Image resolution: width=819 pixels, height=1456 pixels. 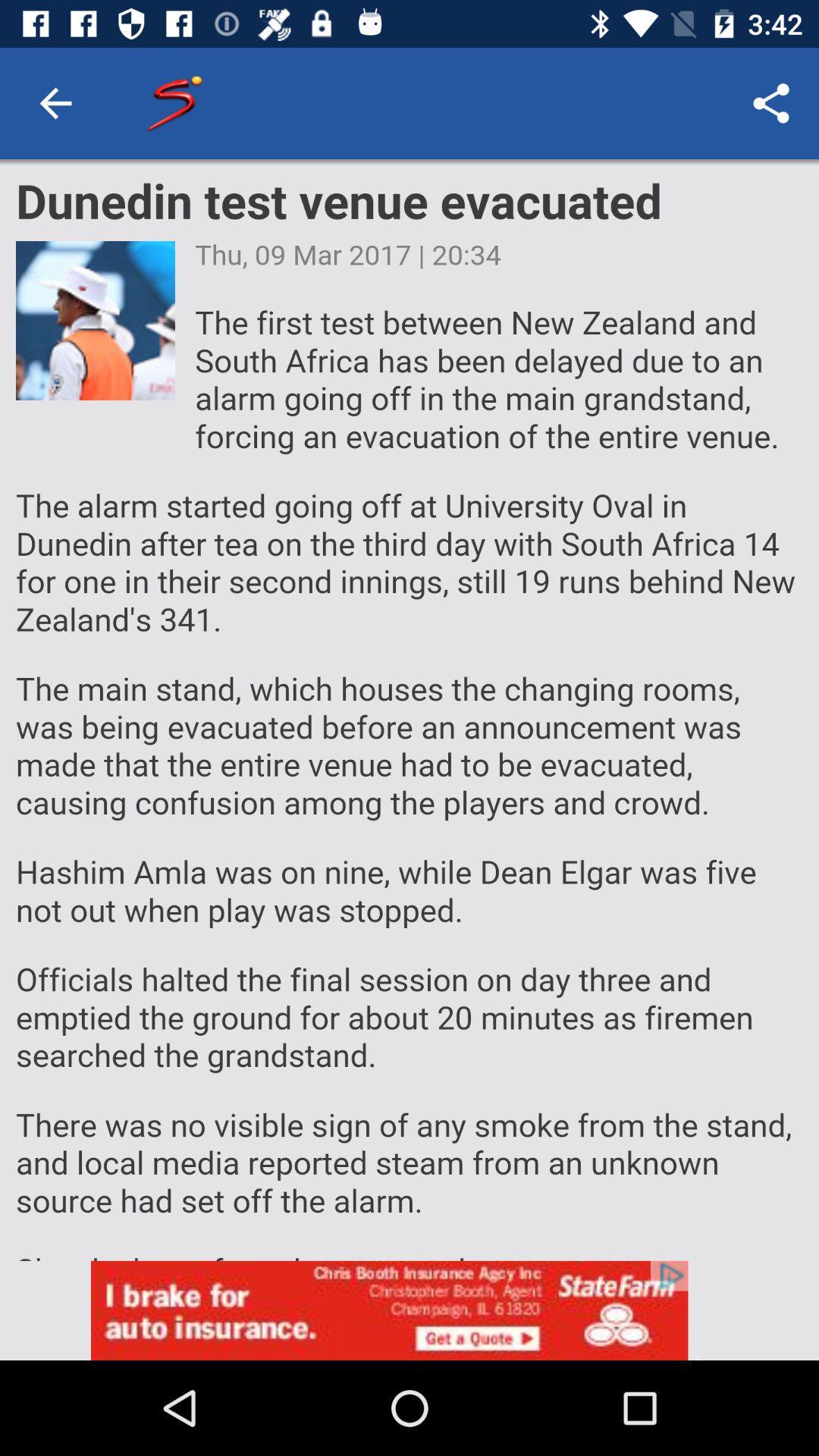 I want to click on choose the selection, so click(x=409, y=709).